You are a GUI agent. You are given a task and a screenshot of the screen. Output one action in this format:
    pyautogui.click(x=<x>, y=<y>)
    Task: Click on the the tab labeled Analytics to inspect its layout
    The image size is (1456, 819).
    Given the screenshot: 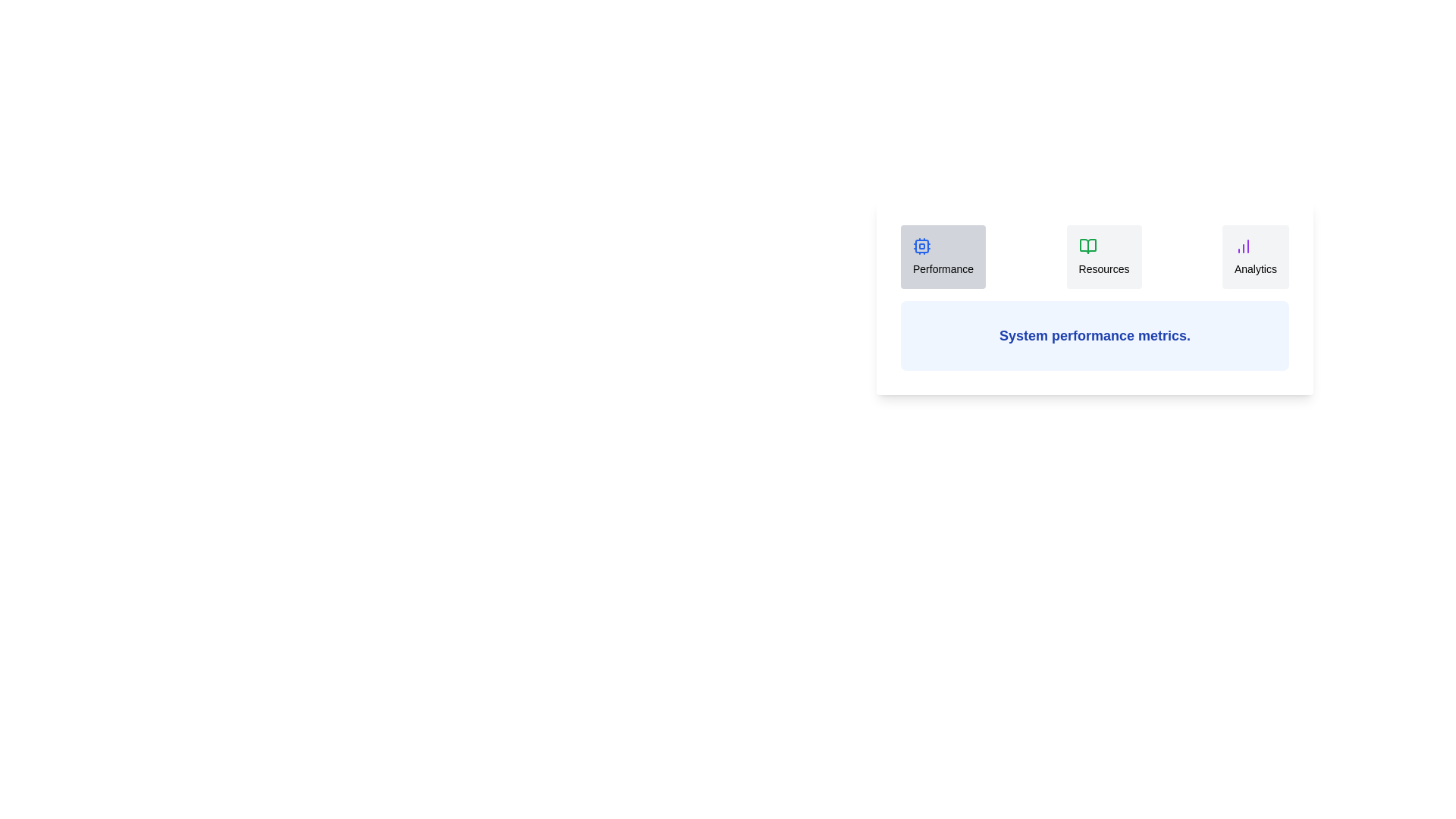 What is the action you would take?
    pyautogui.click(x=1255, y=256)
    